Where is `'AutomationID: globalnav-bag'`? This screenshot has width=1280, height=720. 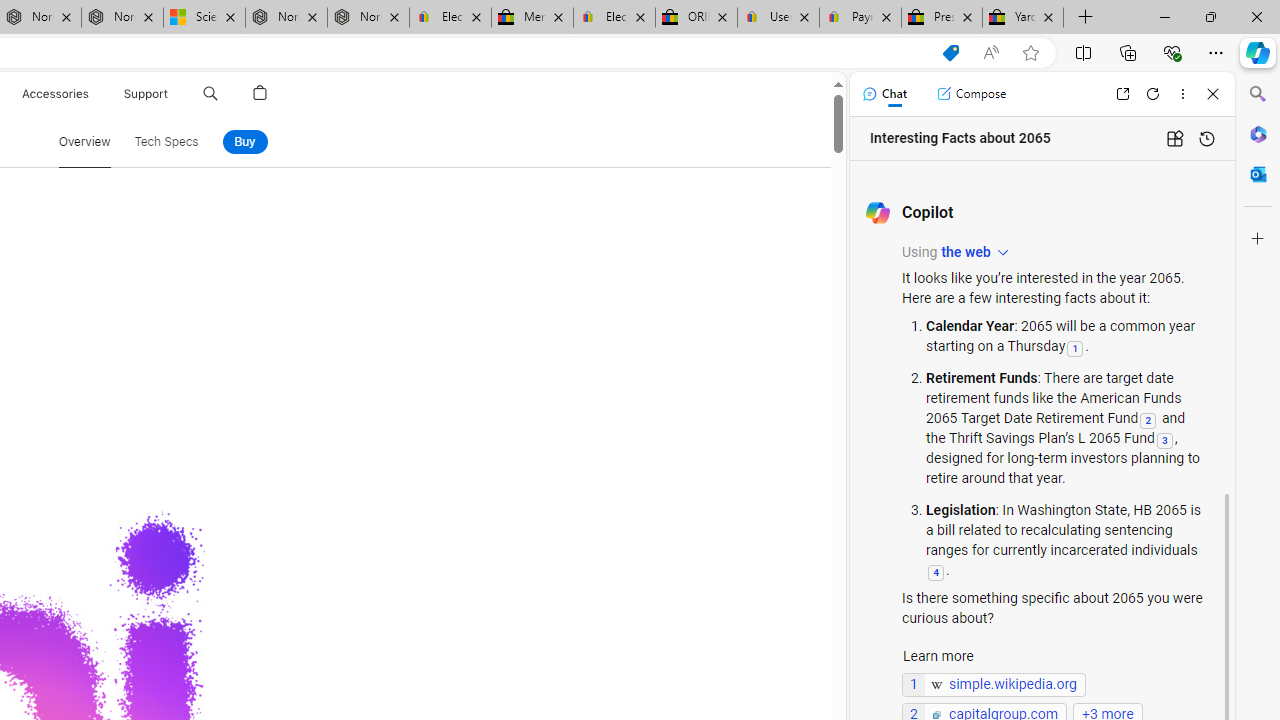 'AutomationID: globalnav-bag' is located at coordinates (259, 93).